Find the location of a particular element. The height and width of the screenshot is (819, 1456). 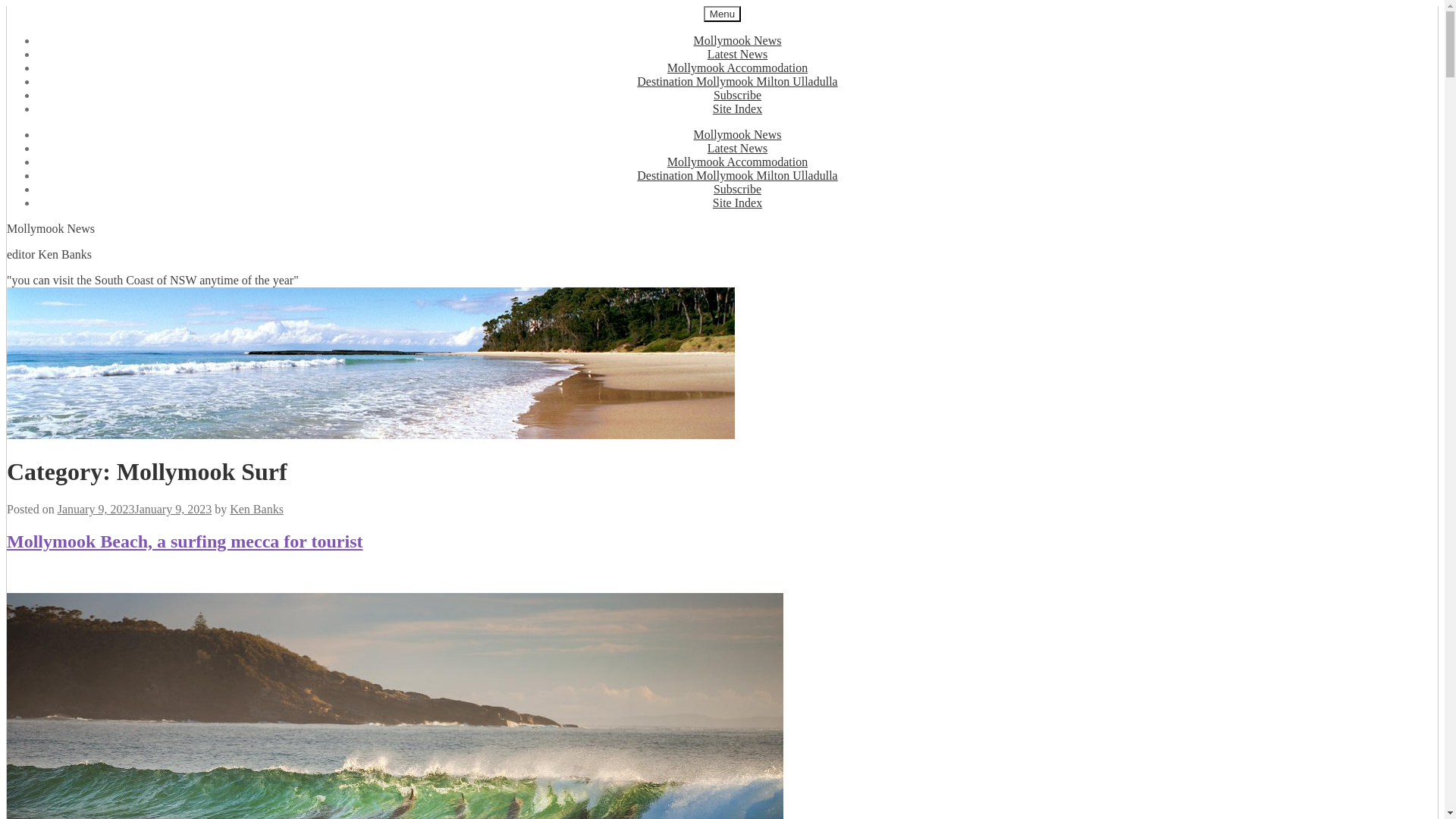

'Site Index' is located at coordinates (737, 108).